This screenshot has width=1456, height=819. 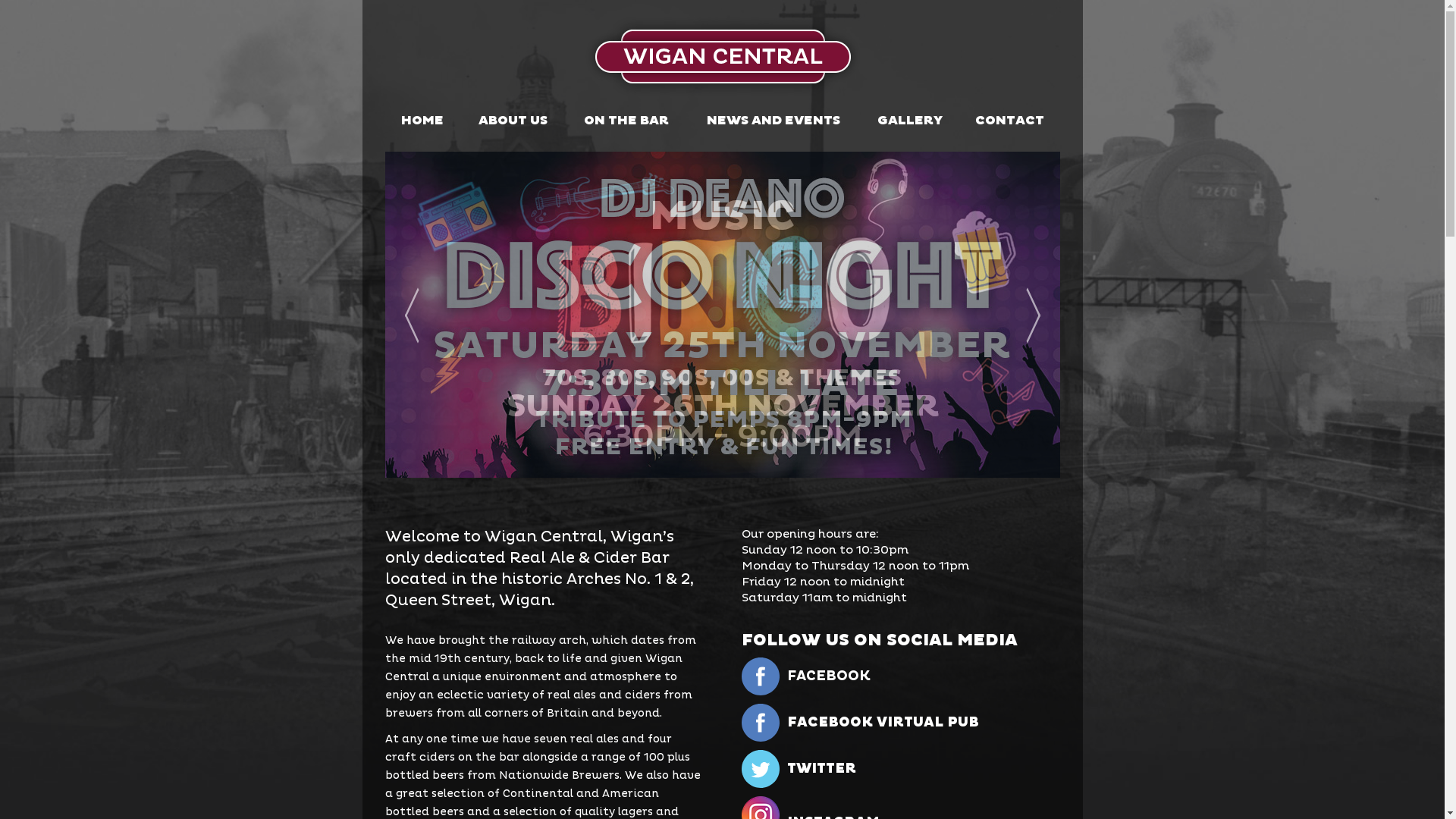 I want to click on 'ABOUT US', so click(x=513, y=120).